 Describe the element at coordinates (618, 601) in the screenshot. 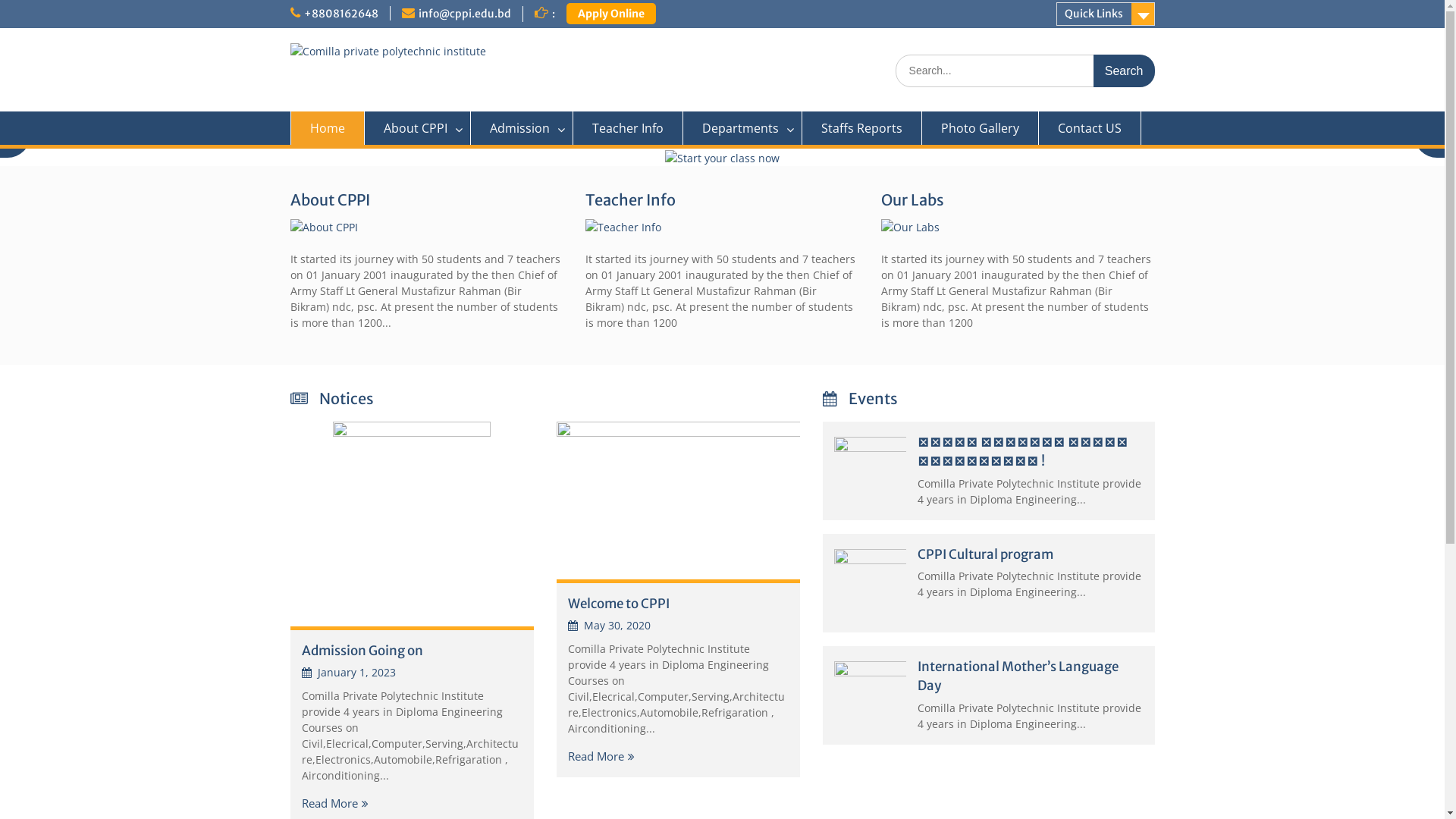

I see `'Welcome to CPPI'` at that location.